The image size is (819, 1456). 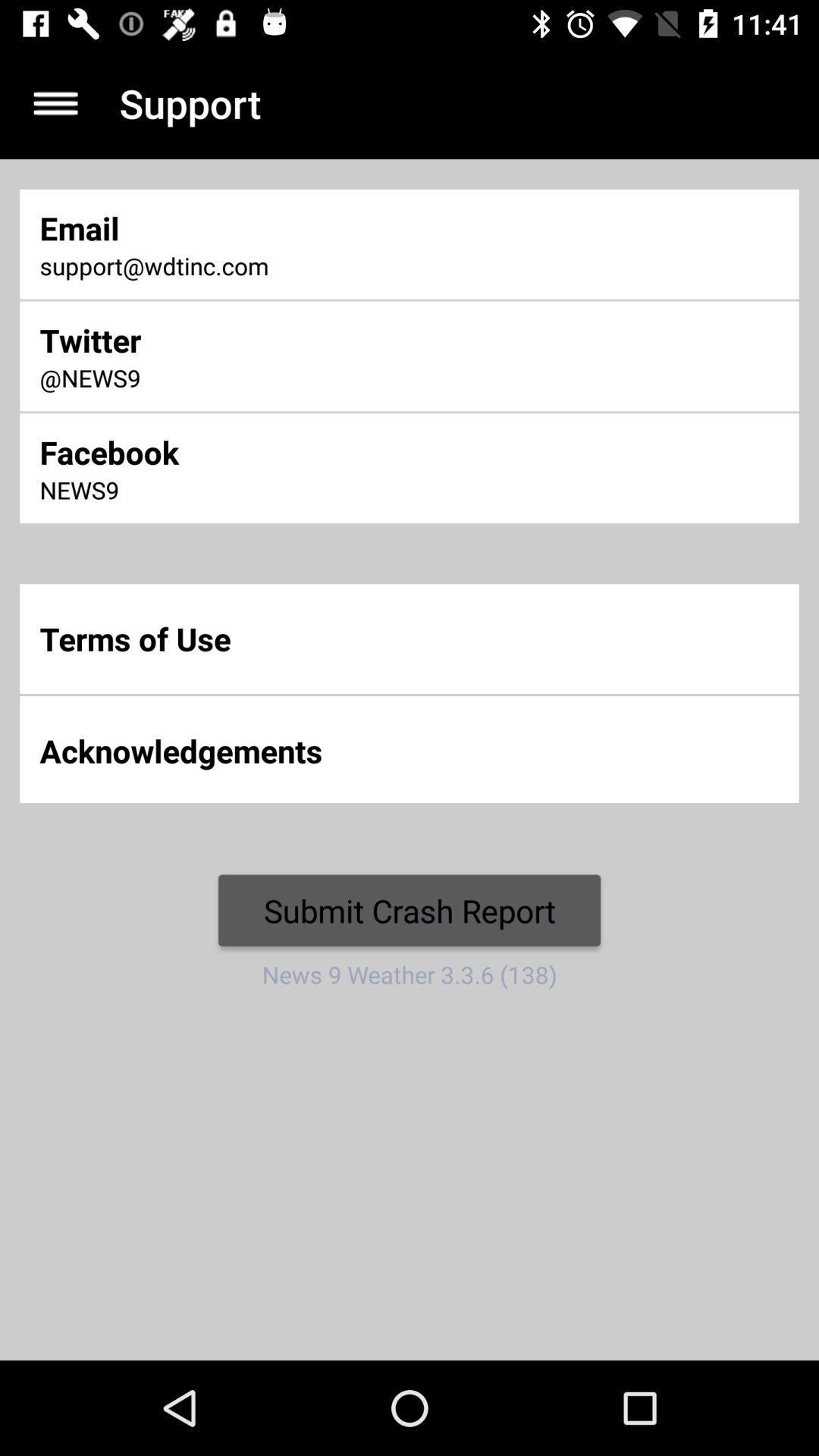 What do you see at coordinates (409, 910) in the screenshot?
I see `the submit crash report item` at bounding box center [409, 910].